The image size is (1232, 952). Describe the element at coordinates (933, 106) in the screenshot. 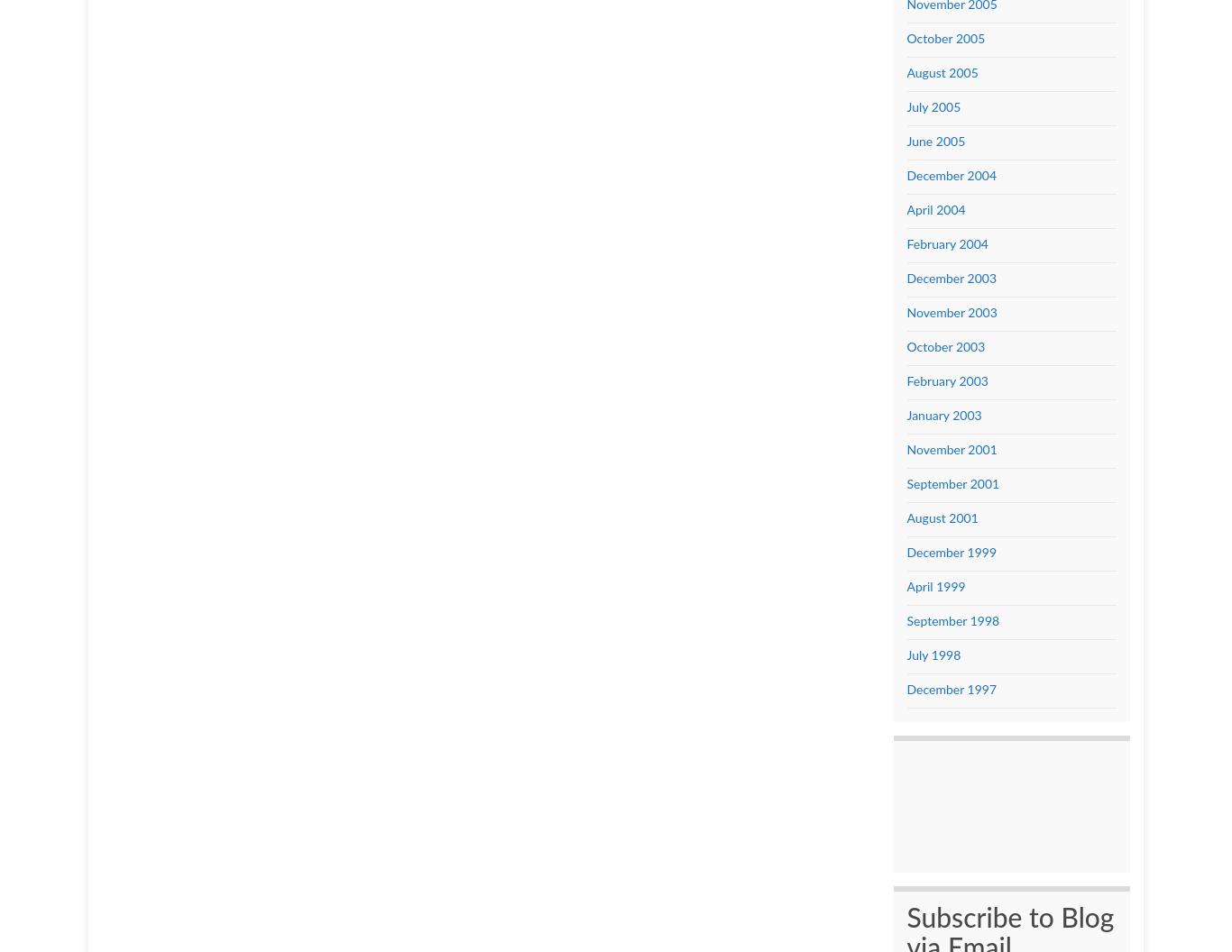

I see `'July 2005'` at that location.